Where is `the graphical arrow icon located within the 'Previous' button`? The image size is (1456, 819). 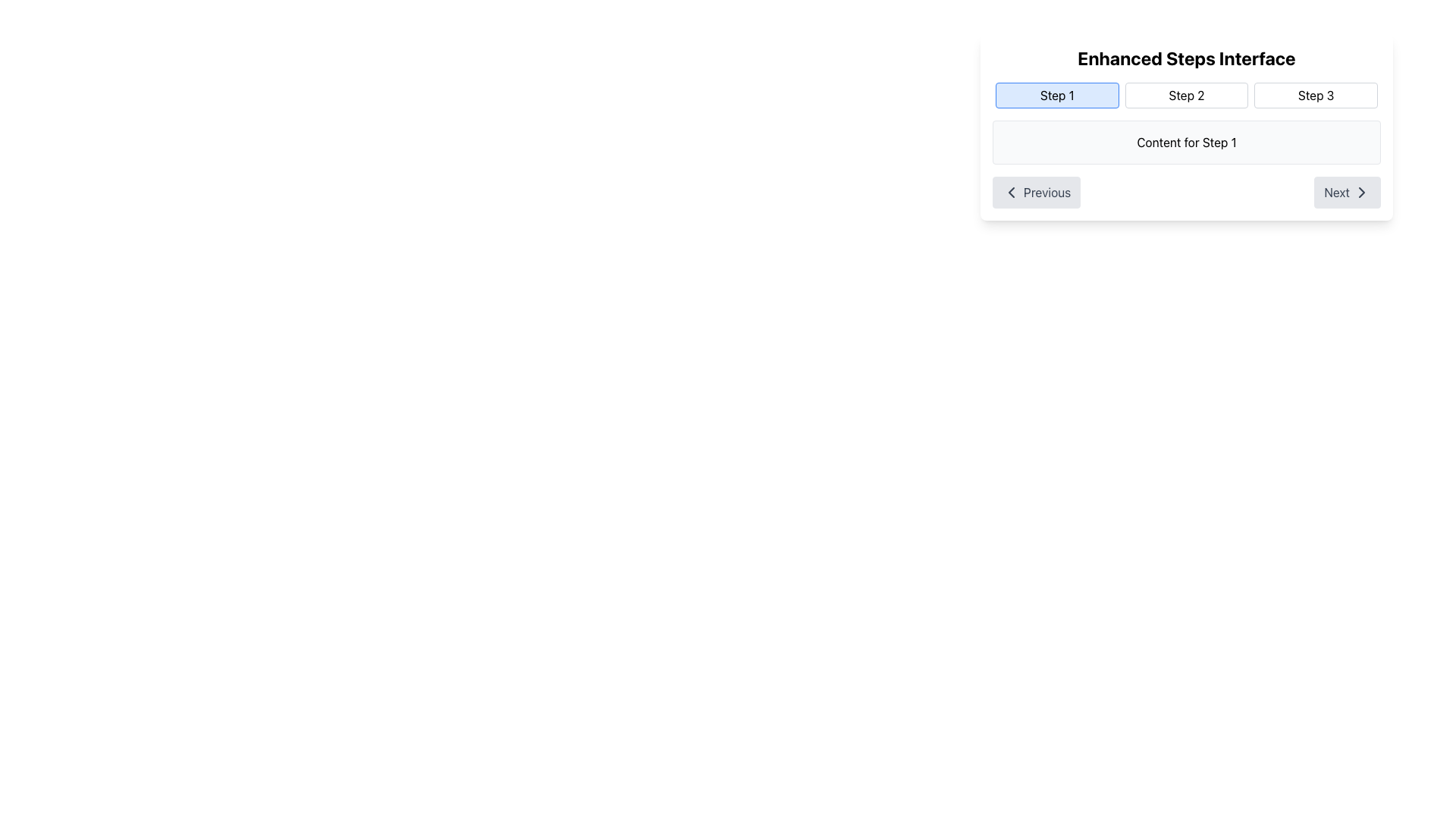 the graphical arrow icon located within the 'Previous' button is located at coordinates (1012, 192).